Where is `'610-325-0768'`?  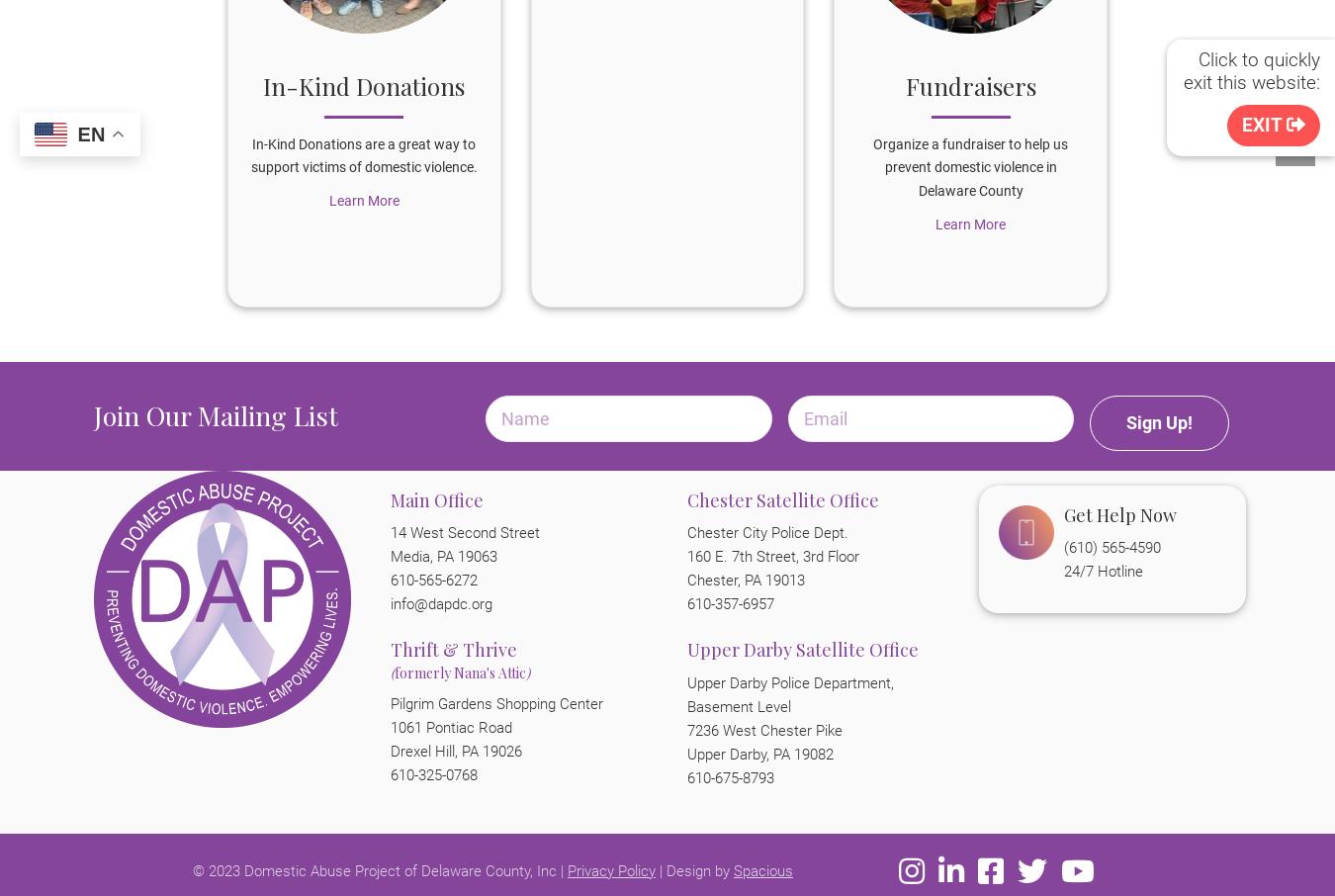
'610-325-0768' is located at coordinates (434, 774).